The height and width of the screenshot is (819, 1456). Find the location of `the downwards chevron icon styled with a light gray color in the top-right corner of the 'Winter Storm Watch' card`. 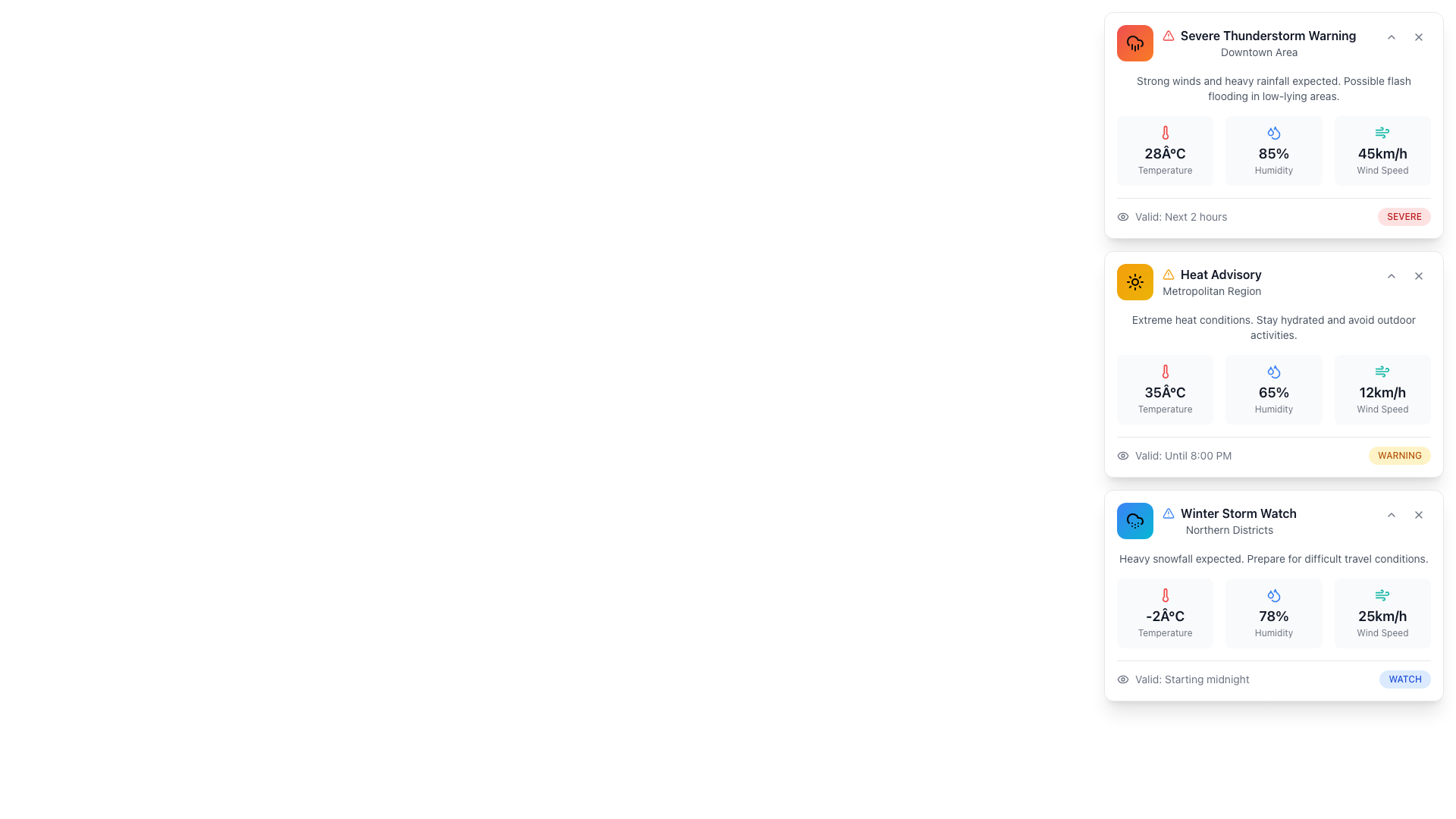

the downwards chevron icon styled with a light gray color in the top-right corner of the 'Winter Storm Watch' card is located at coordinates (1391, 513).